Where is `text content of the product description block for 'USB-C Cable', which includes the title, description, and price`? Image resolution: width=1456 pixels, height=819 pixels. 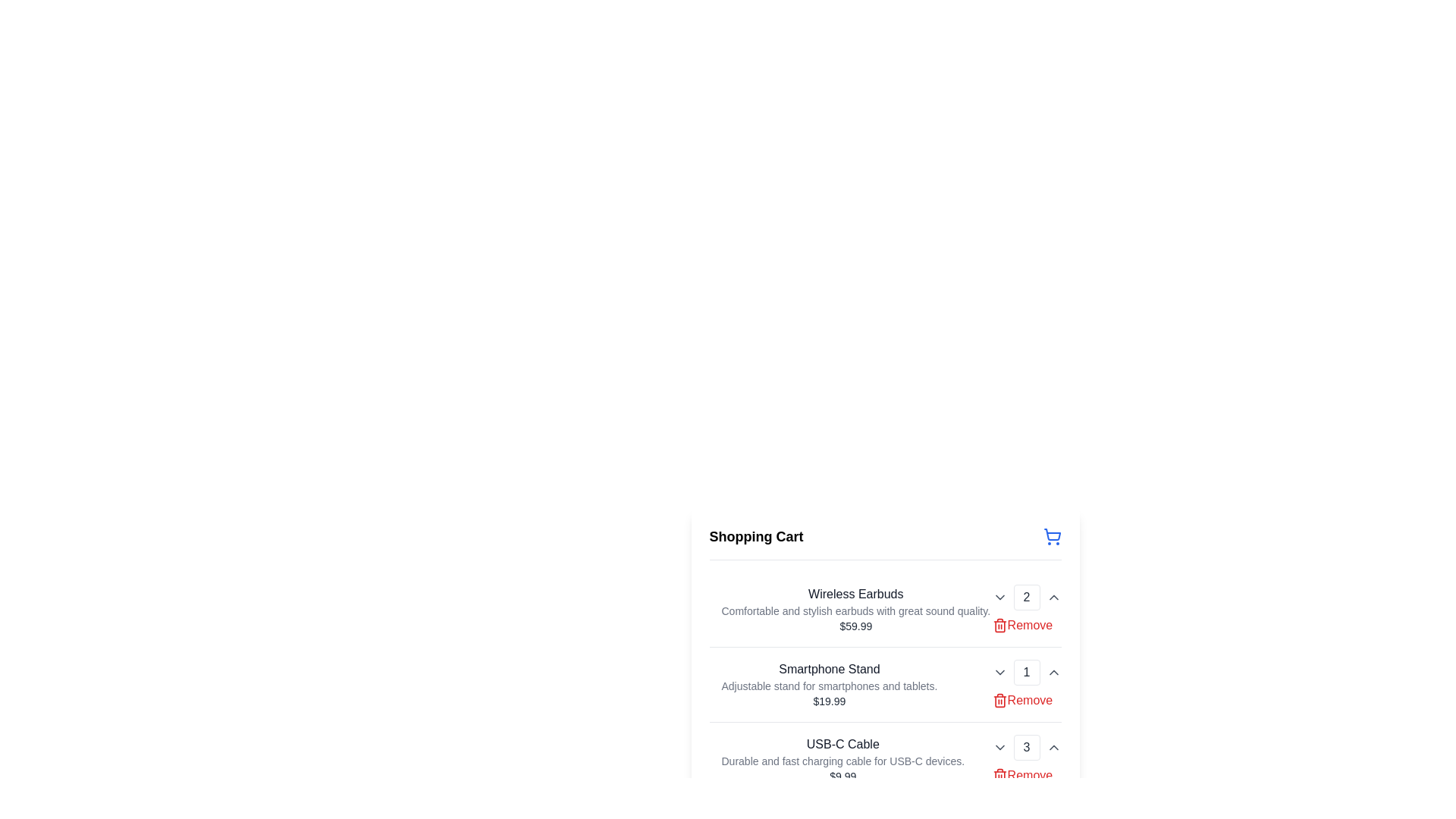
text content of the product description block for 'USB-C Cable', which includes the title, description, and price is located at coordinates (836, 760).